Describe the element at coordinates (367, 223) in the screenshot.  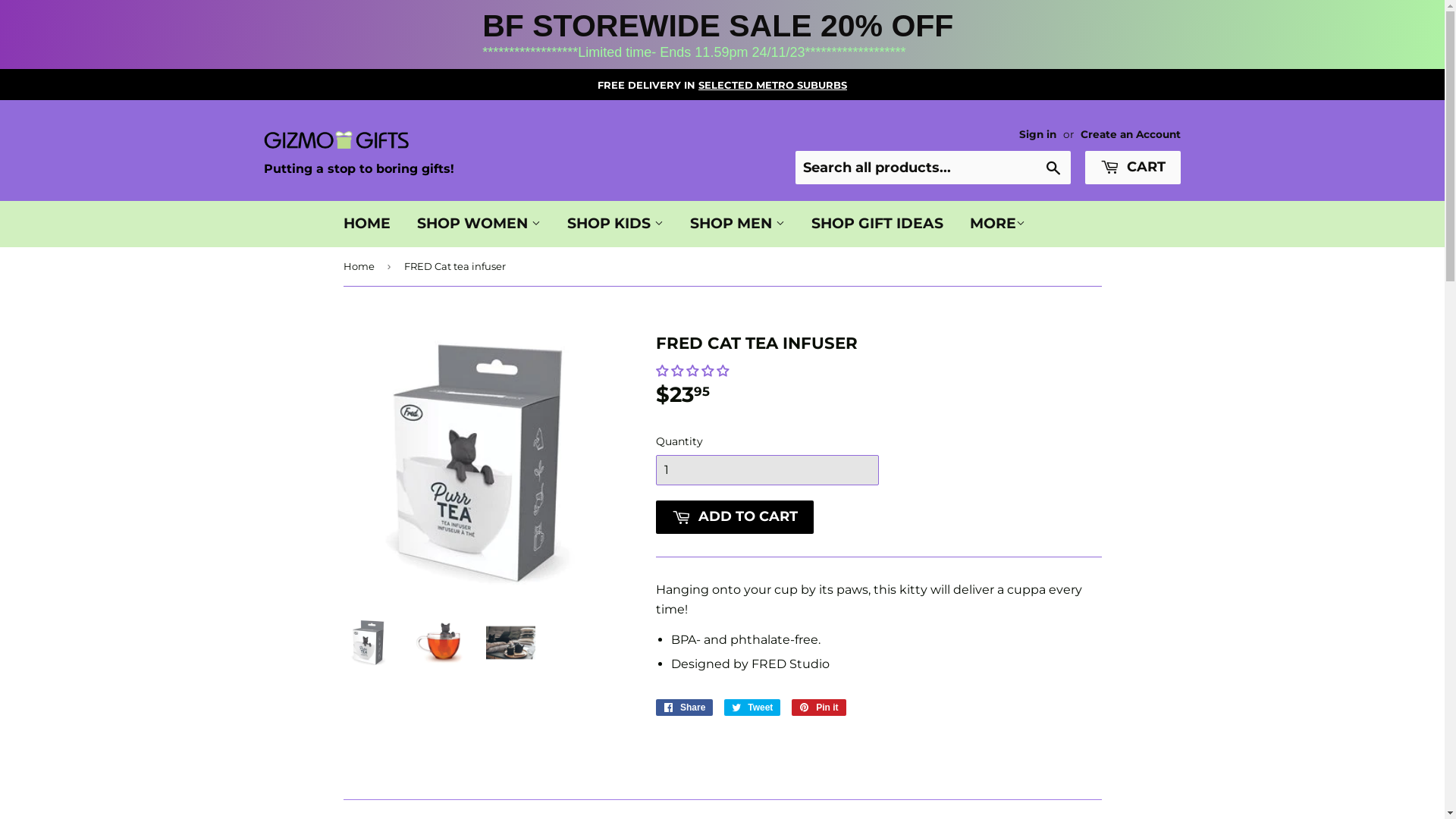
I see `'HOME'` at that location.